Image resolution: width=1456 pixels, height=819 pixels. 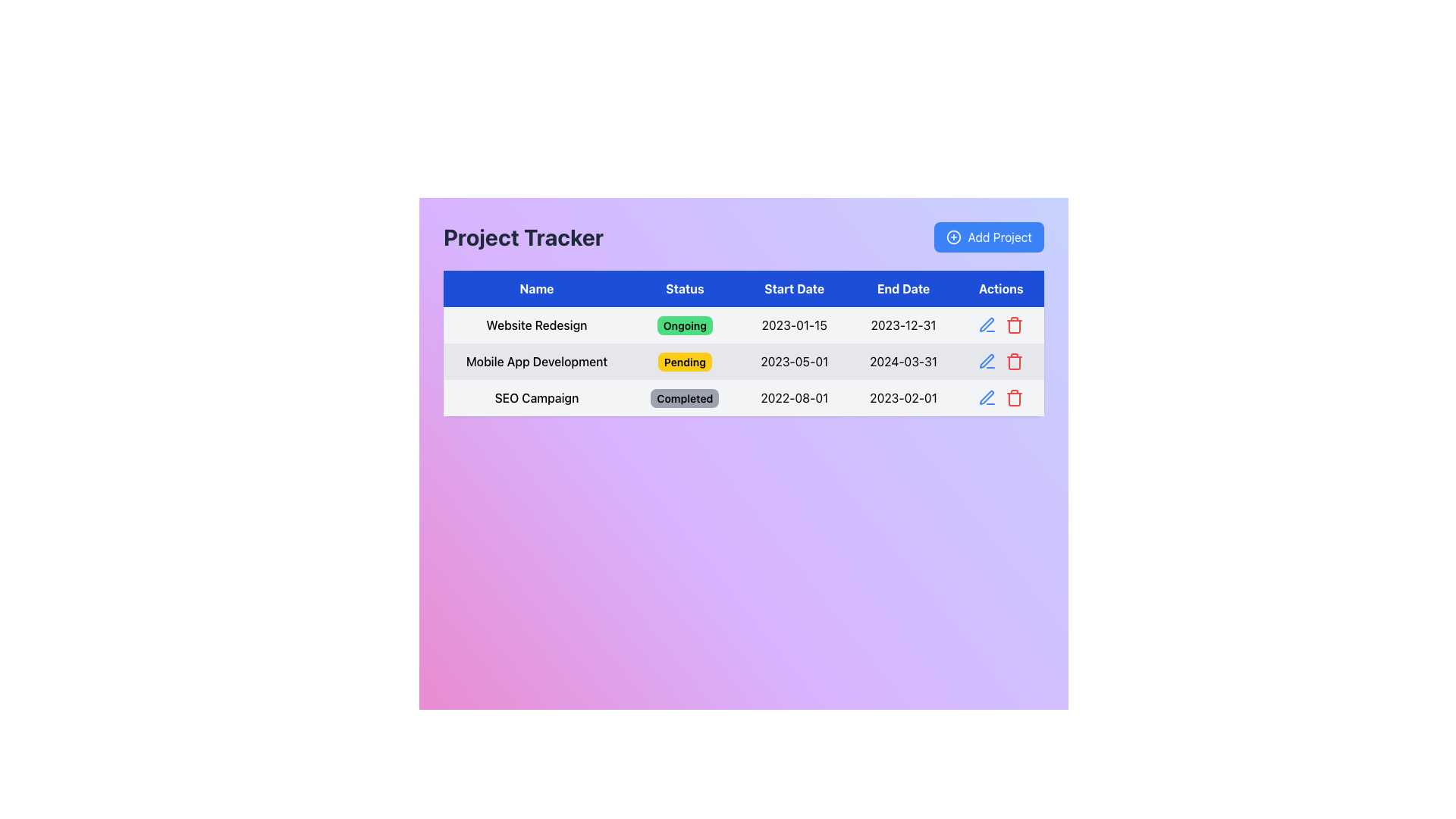 What do you see at coordinates (987, 397) in the screenshot?
I see `the blue pen icon in the 'Actions' column of the second row to initiate editing for the Mobile App Development project` at bounding box center [987, 397].